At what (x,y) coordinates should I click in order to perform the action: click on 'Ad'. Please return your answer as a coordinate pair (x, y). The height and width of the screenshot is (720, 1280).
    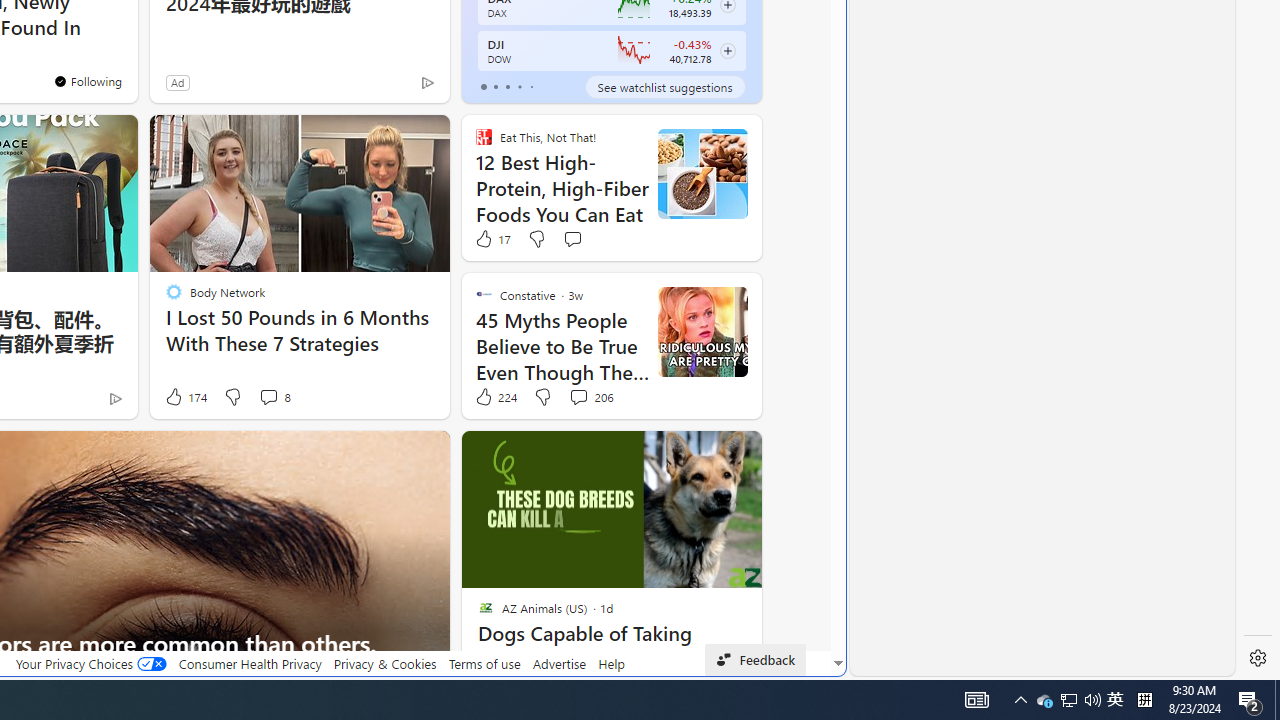
    Looking at the image, I should click on (177, 81).